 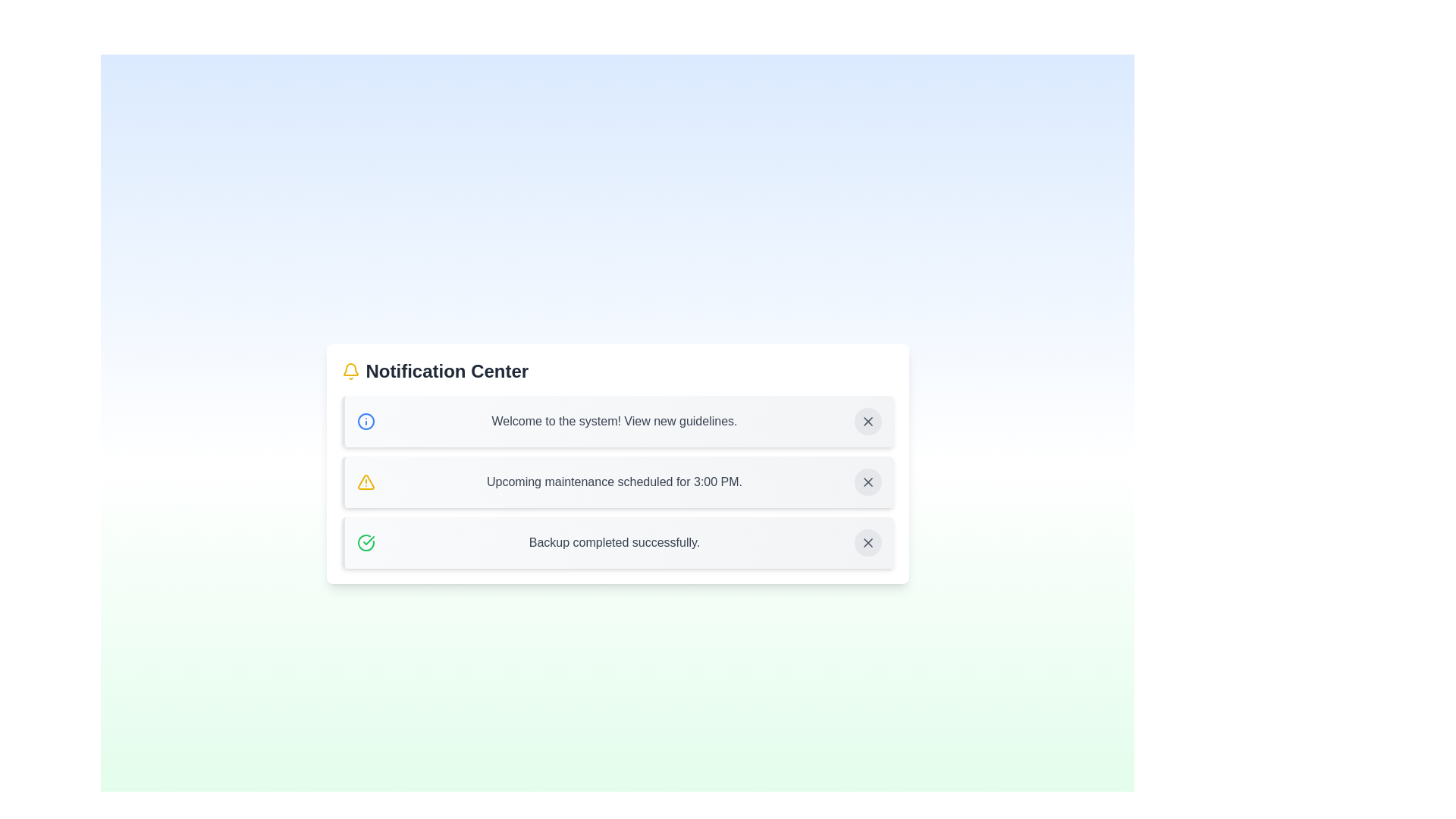 I want to click on the alert icon representing the second notification in the Notification Center panel, which serves as a visual cue for users, so click(x=366, y=482).